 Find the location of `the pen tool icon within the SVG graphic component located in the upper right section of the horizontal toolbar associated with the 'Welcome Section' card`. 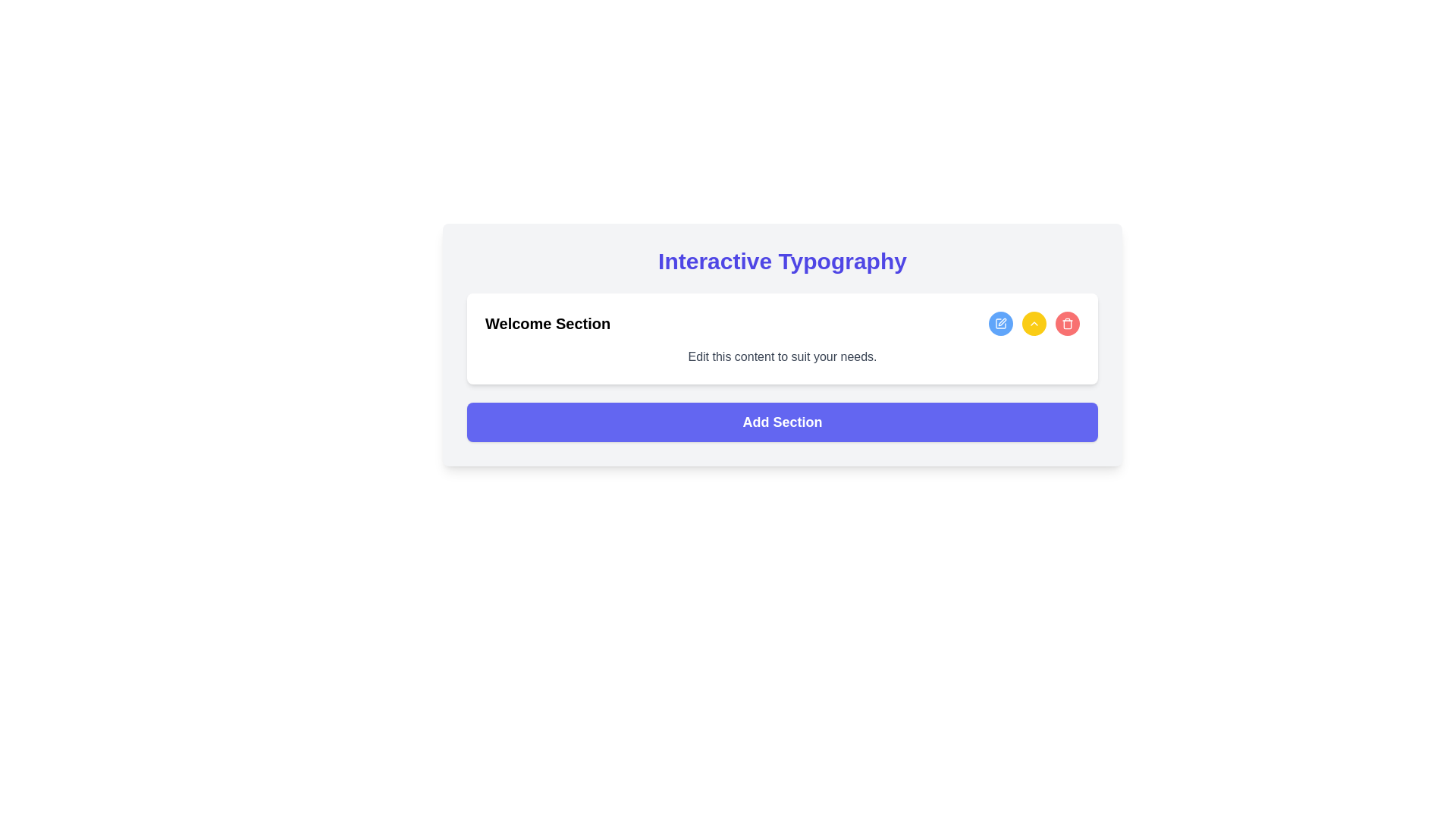

the pen tool icon within the SVG graphic component located in the upper right section of the horizontal toolbar associated with the 'Welcome Section' card is located at coordinates (1002, 321).